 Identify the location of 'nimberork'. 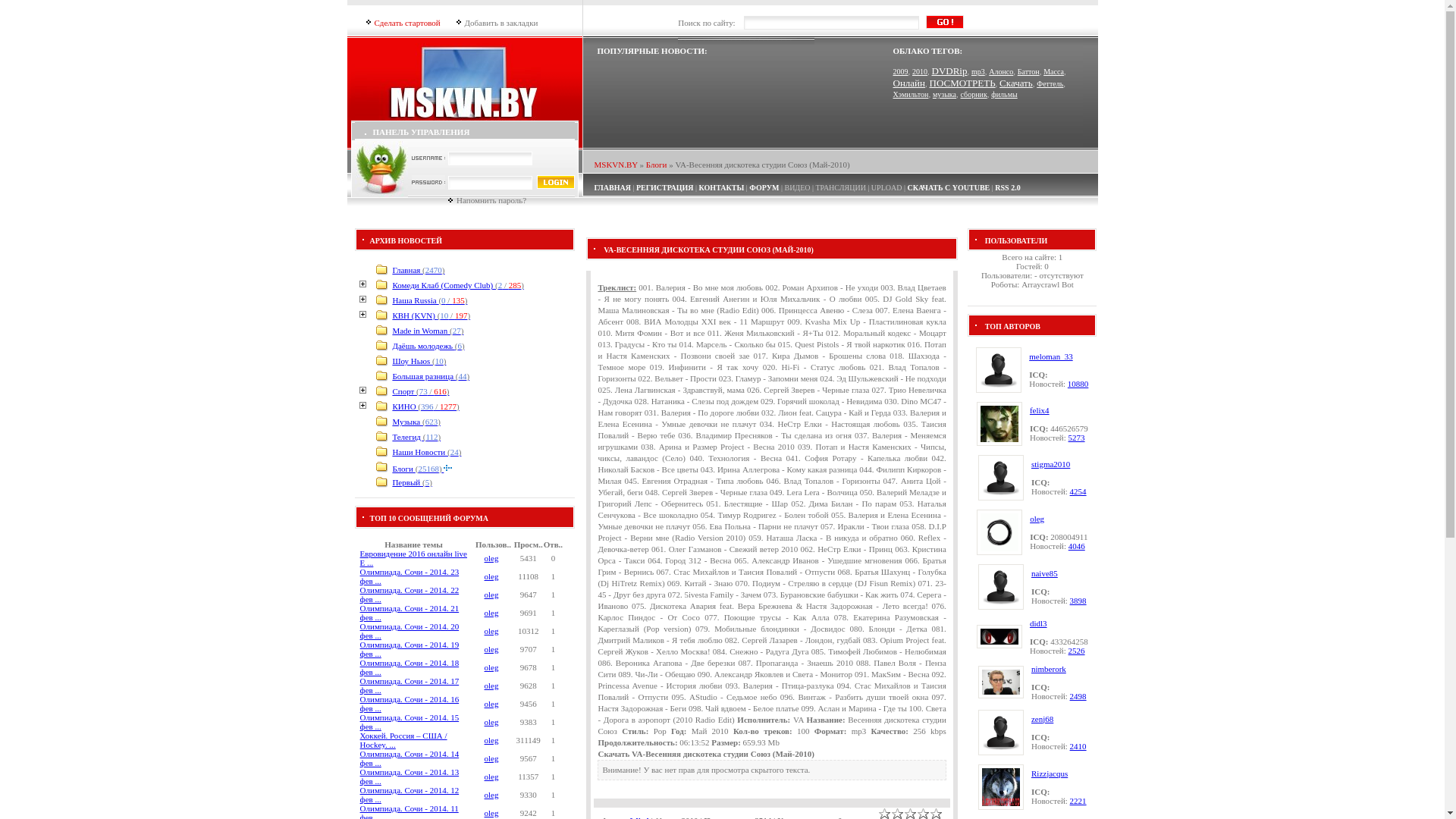
(1047, 668).